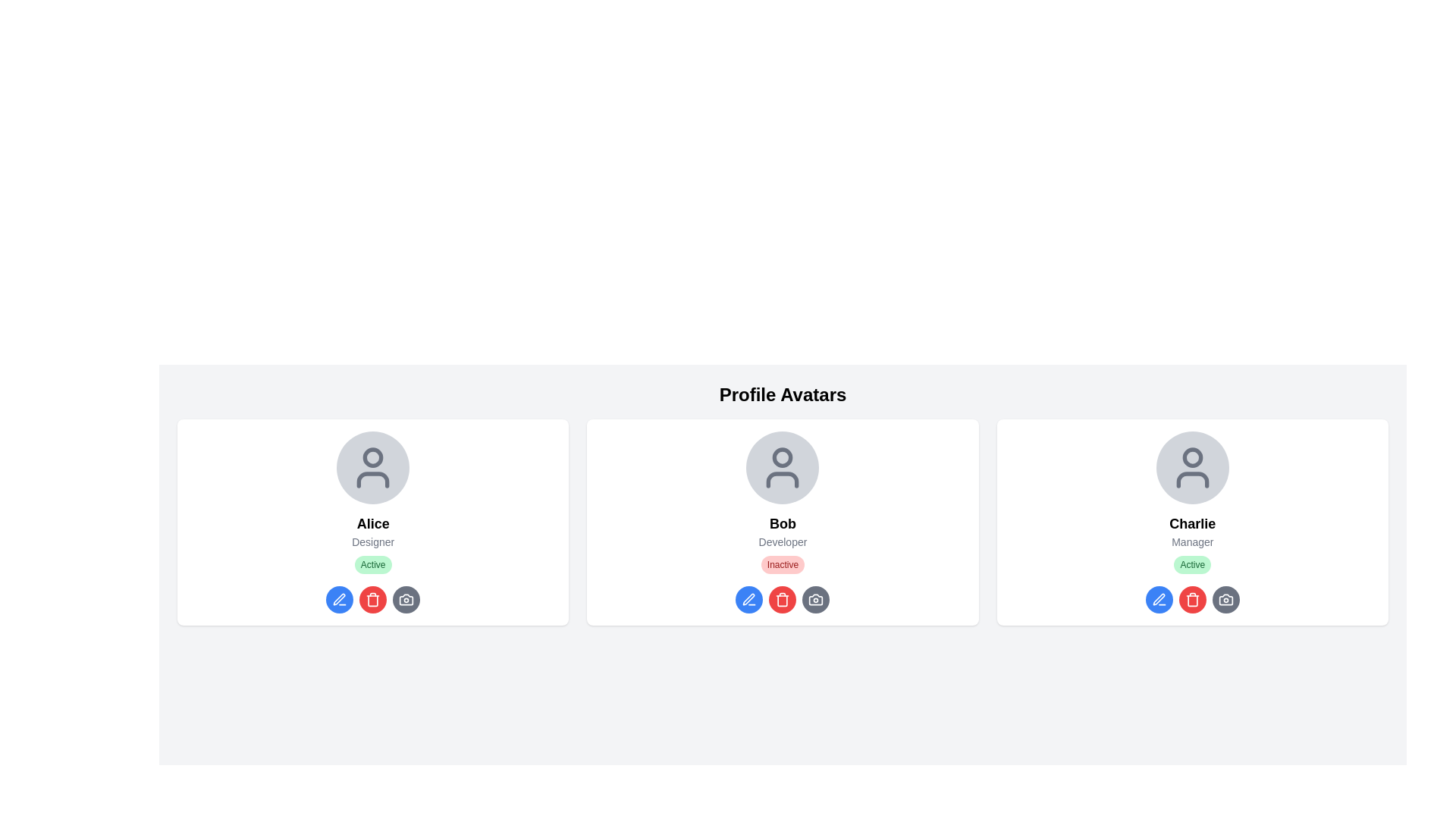  Describe the element at coordinates (783, 467) in the screenshot. I see `the user profile icon` at that location.